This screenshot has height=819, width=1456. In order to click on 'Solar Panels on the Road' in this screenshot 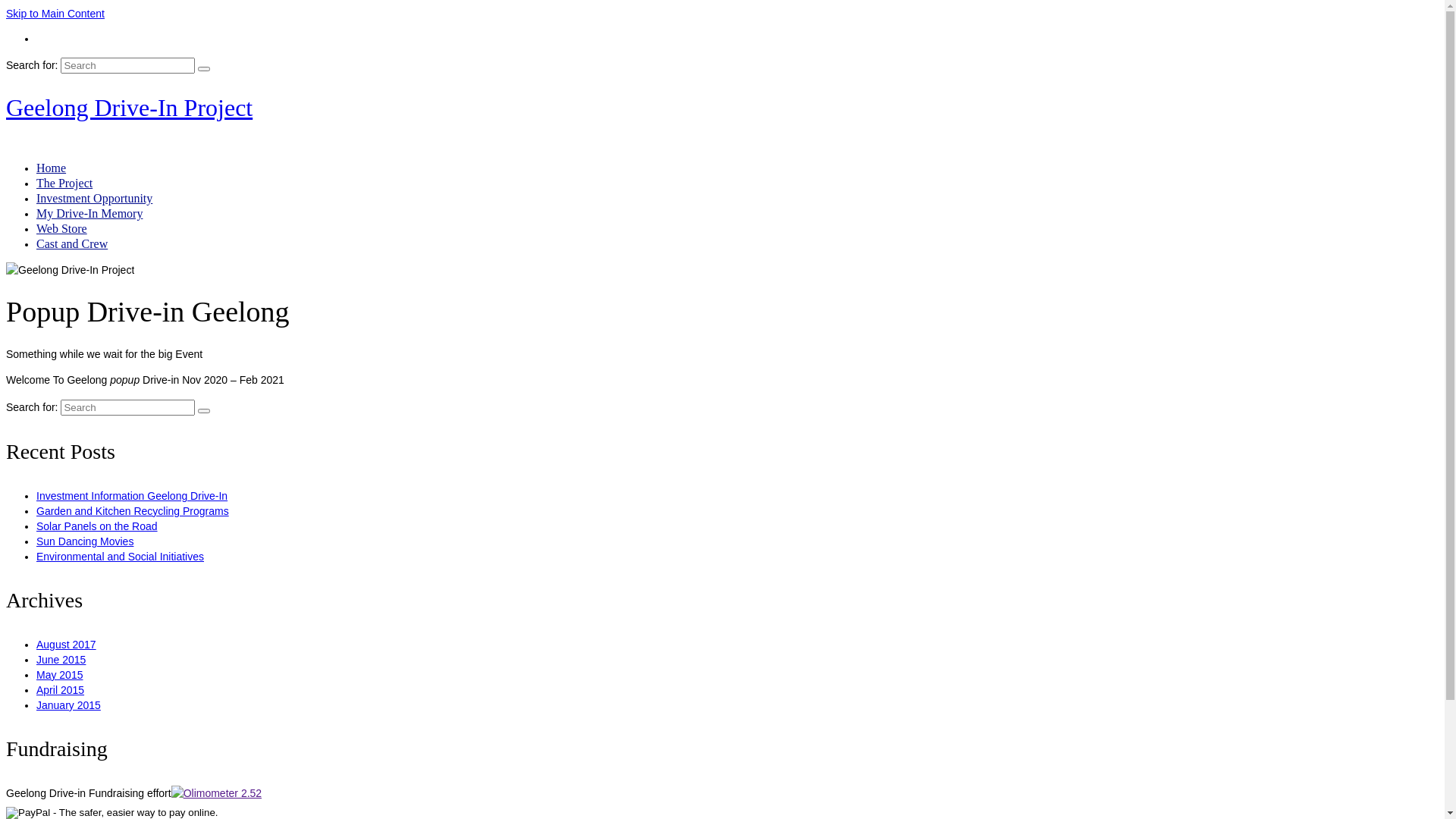, I will do `click(96, 526)`.